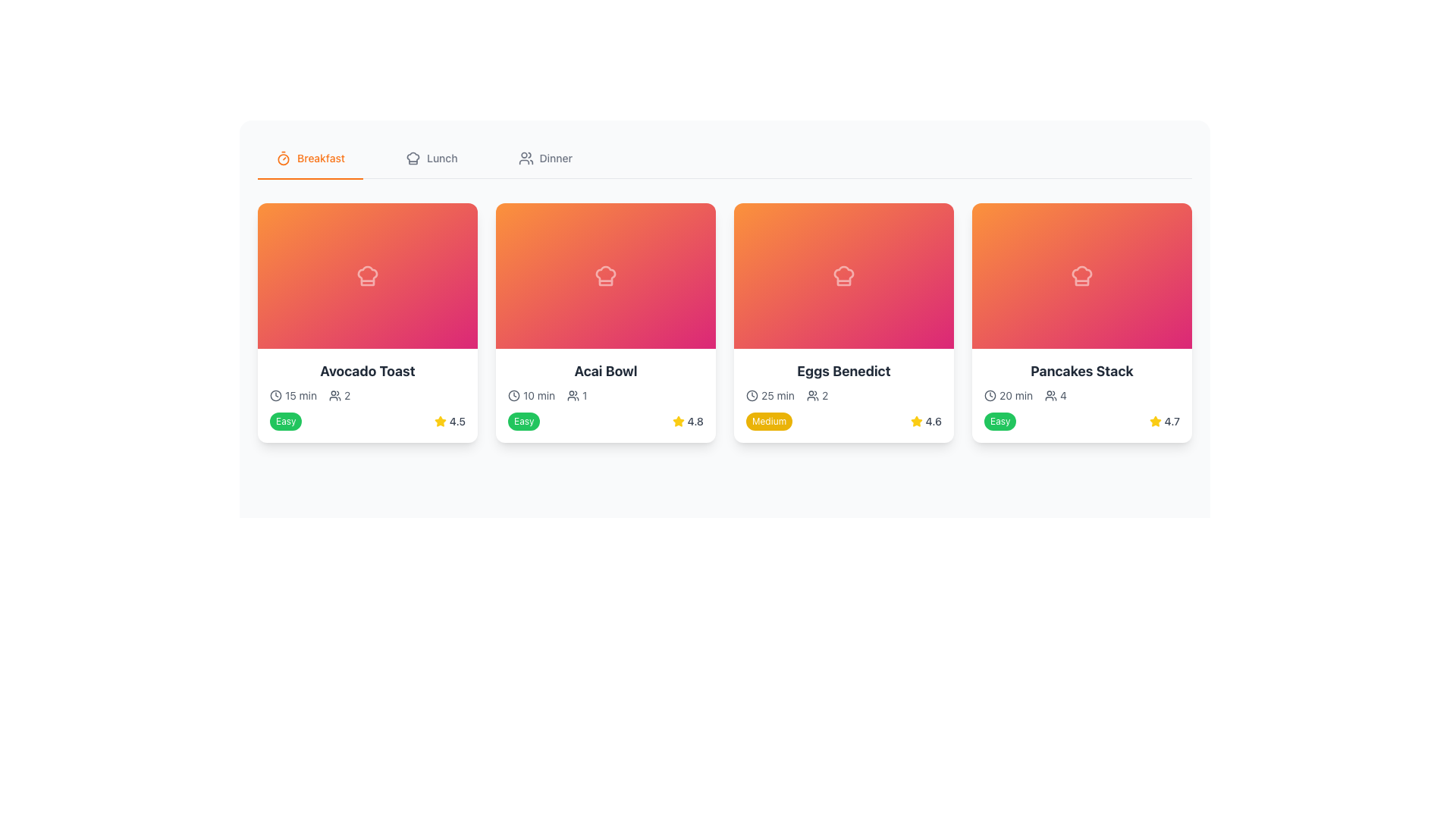  What do you see at coordinates (1154, 421) in the screenshot?
I see `the rating icon located at the bottom right corner of the last card in the grid layout, which visually represents a rating of 4.7` at bounding box center [1154, 421].